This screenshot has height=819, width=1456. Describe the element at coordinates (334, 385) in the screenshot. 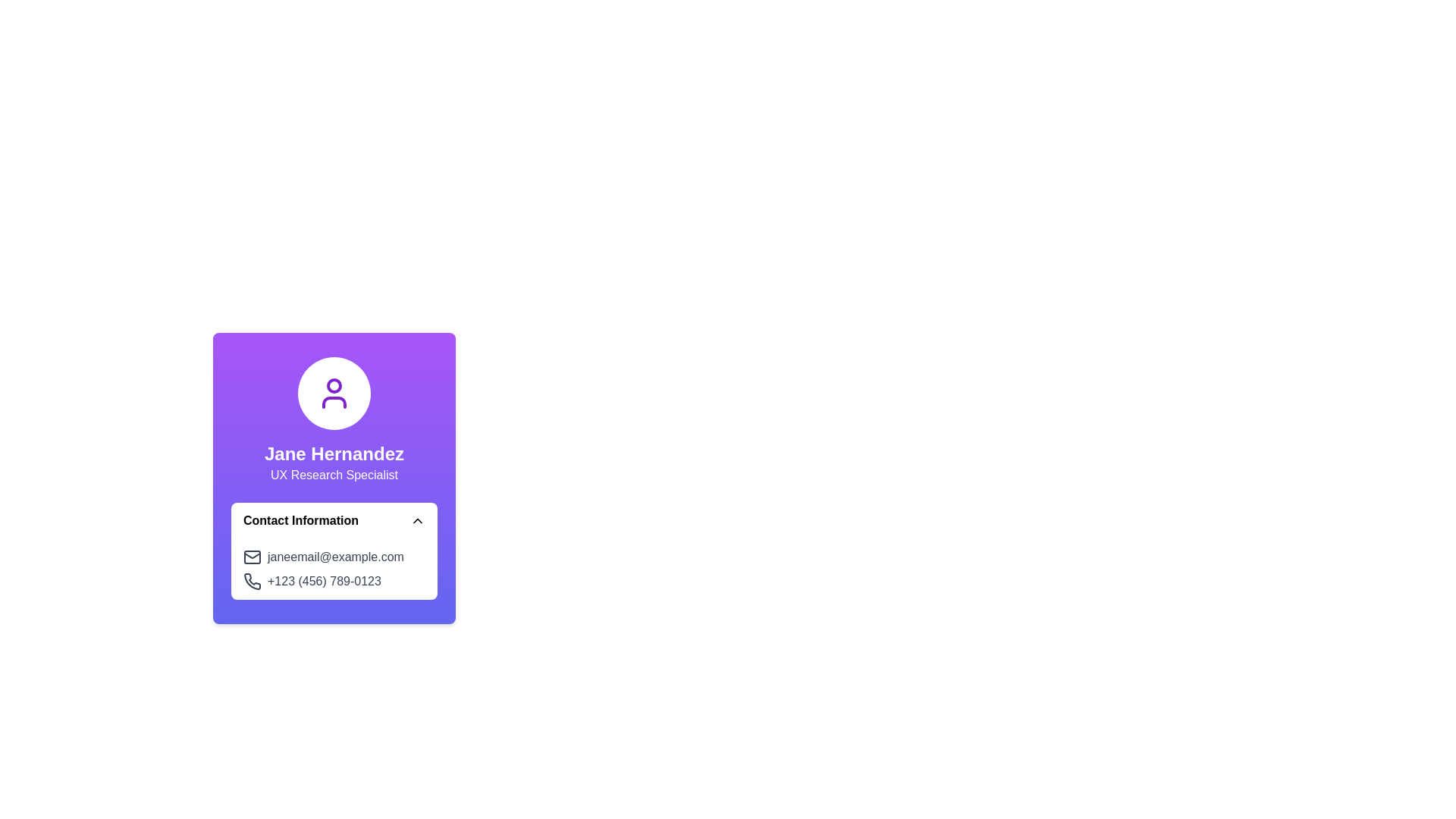

I see `the circular shape representing the head of the user profile icon located at the top of the purple card` at that location.